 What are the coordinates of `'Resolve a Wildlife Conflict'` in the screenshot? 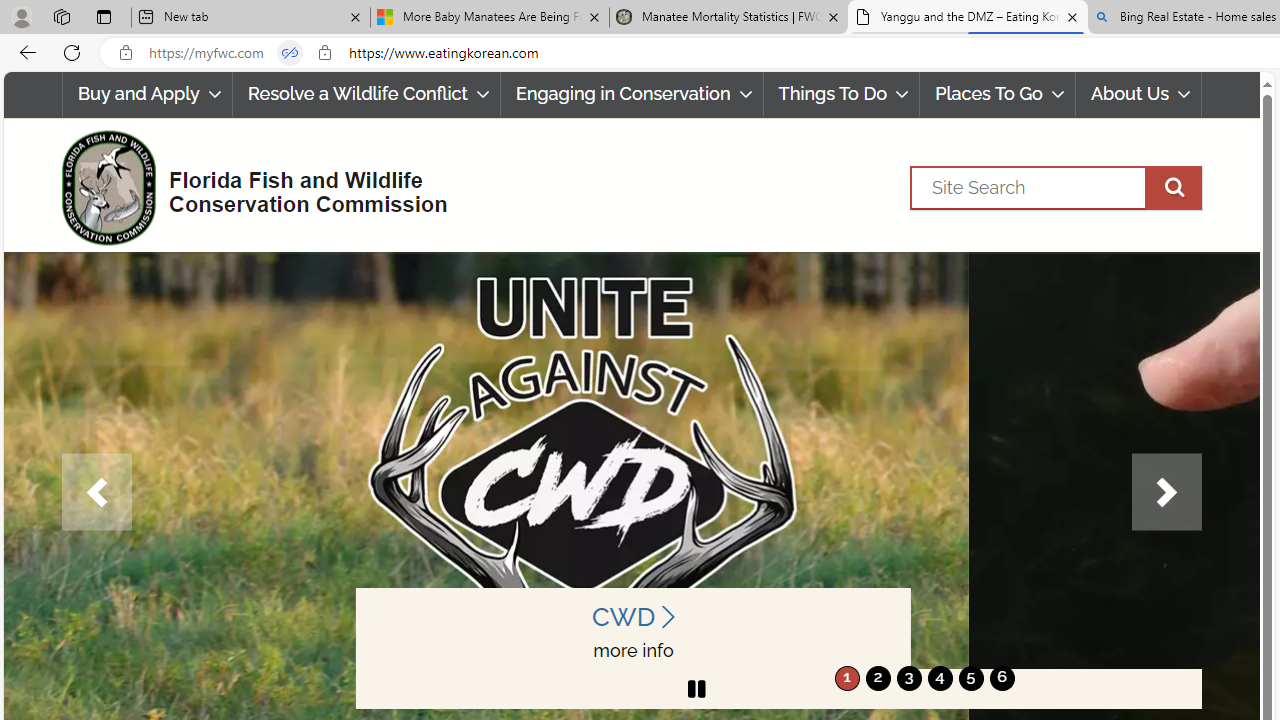 It's located at (366, 94).